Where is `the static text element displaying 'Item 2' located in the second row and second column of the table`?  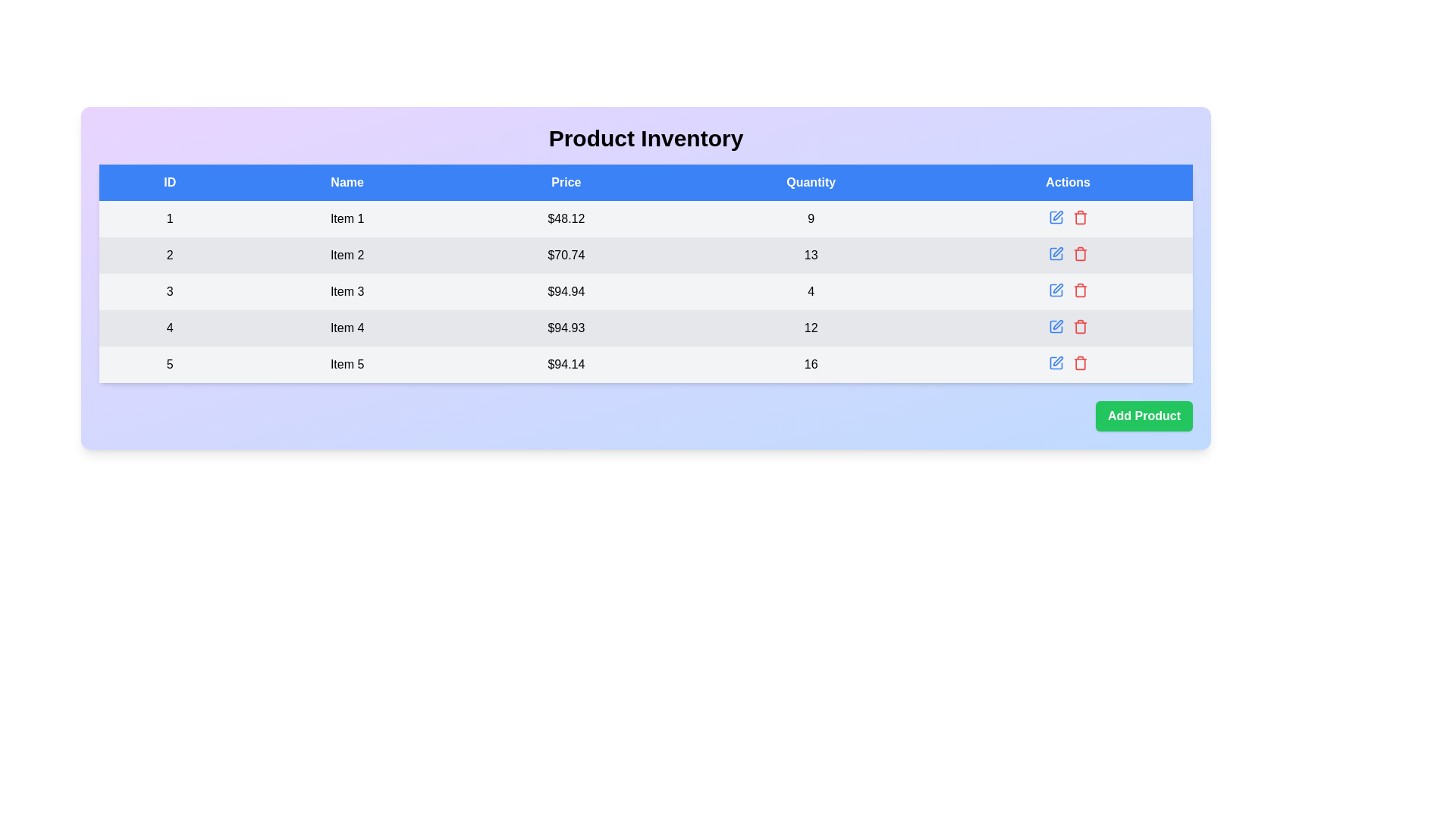
the static text element displaying 'Item 2' located in the second row and second column of the table is located at coordinates (347, 254).